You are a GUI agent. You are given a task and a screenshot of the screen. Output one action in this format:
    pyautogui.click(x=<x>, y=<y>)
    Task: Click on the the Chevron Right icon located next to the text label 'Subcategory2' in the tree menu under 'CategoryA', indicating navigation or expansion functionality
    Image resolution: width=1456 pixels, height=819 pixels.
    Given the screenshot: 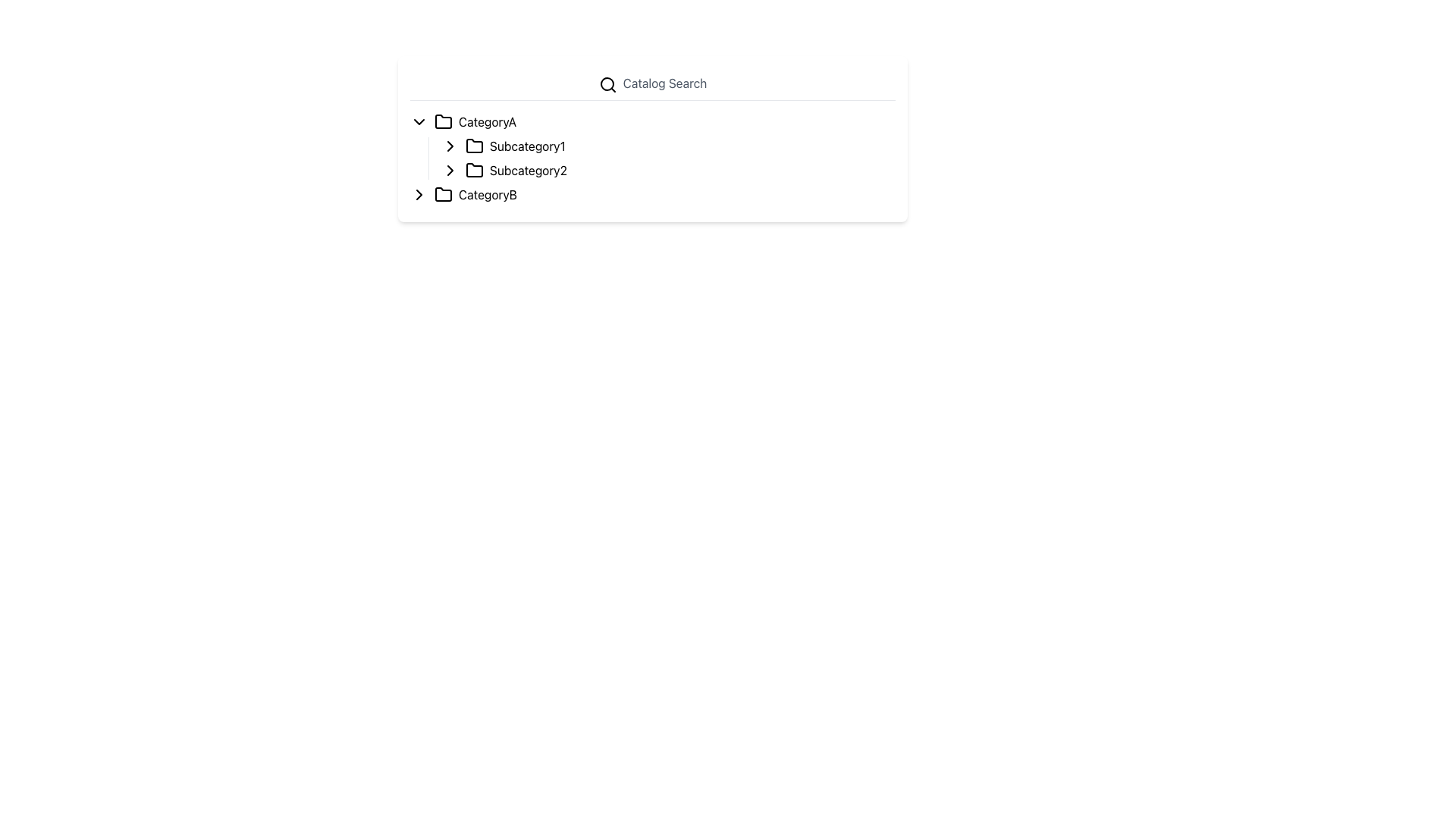 What is the action you would take?
    pyautogui.click(x=450, y=169)
    